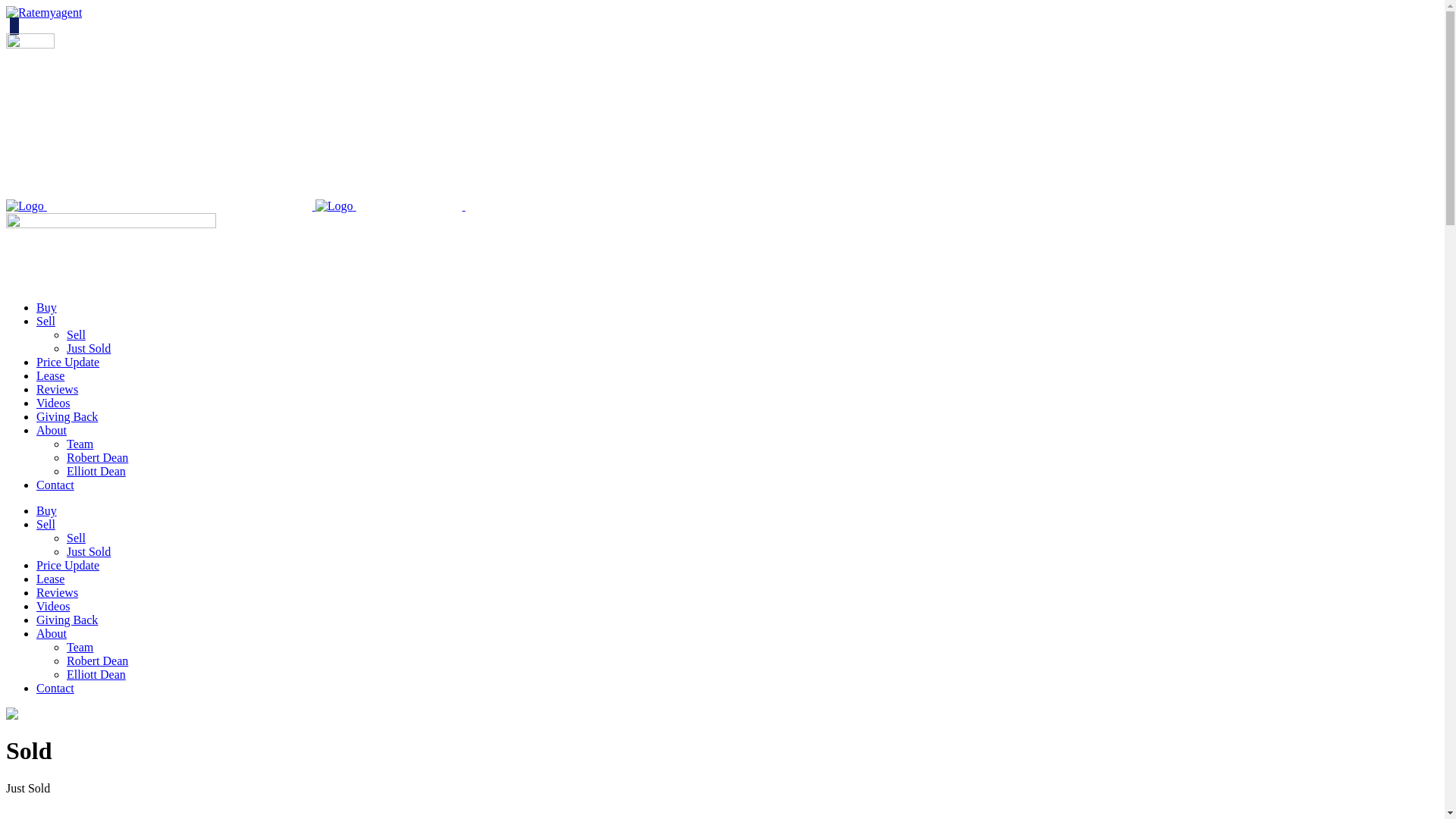  I want to click on 'Just Sold', so click(87, 551).